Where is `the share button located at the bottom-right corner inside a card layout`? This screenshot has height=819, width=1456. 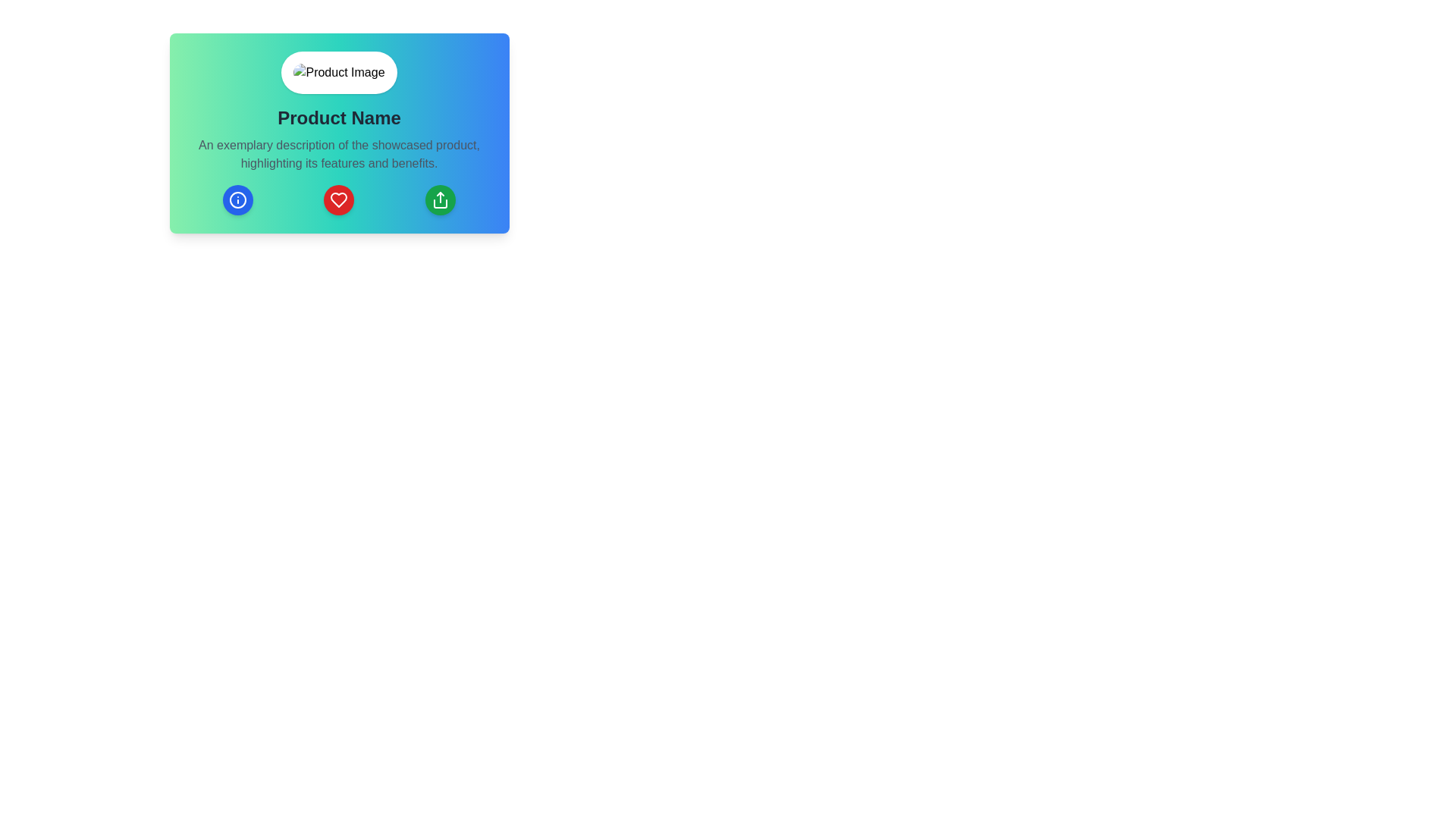 the share button located at the bottom-right corner inside a card layout is located at coordinates (439, 199).